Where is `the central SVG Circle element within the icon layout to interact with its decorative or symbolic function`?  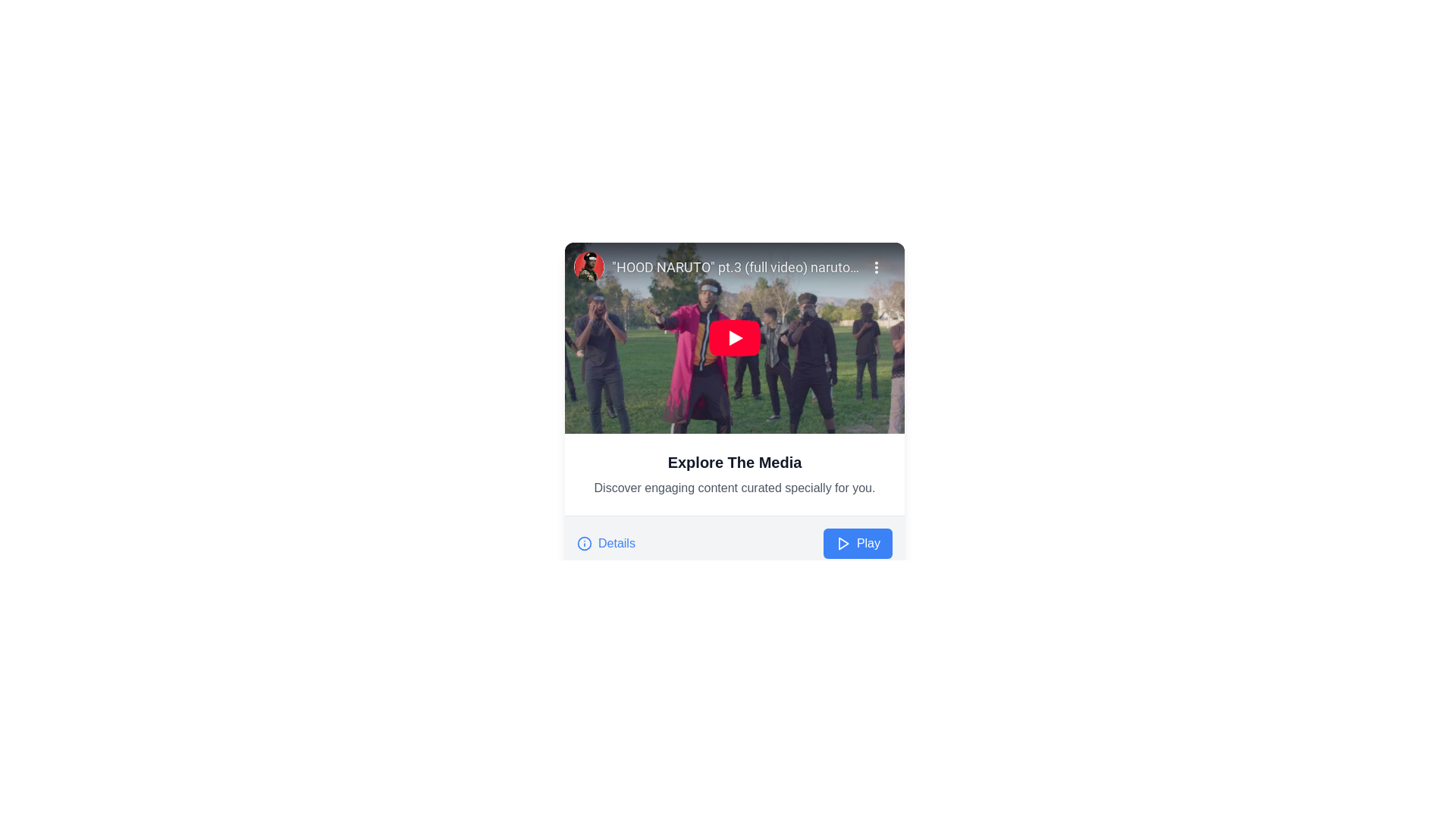 the central SVG Circle element within the icon layout to interact with its decorative or symbolic function is located at coordinates (584, 543).